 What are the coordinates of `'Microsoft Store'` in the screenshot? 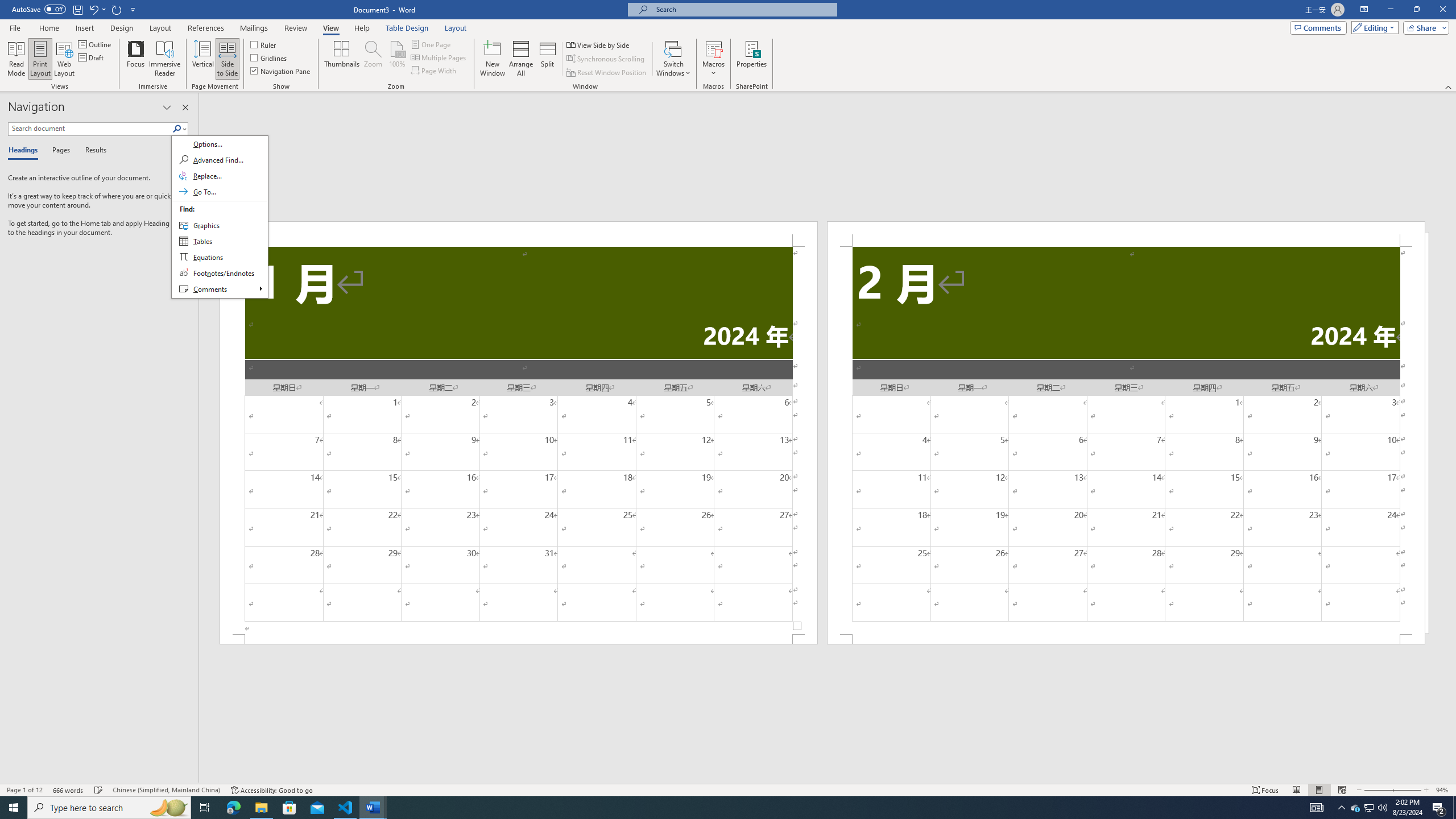 It's located at (289, 806).